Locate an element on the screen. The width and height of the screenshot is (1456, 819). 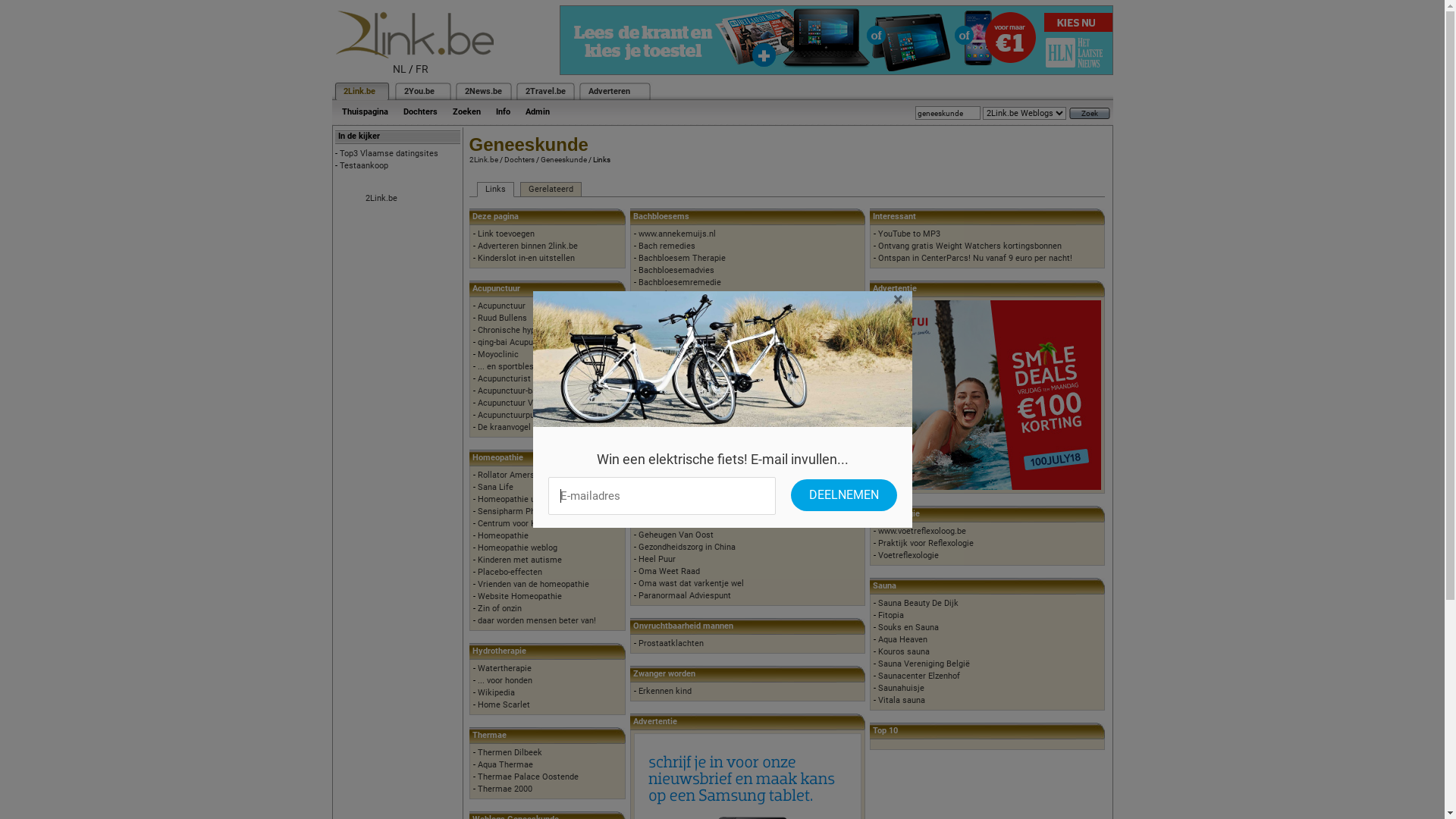
'Thermae 2000' is located at coordinates (505, 788).